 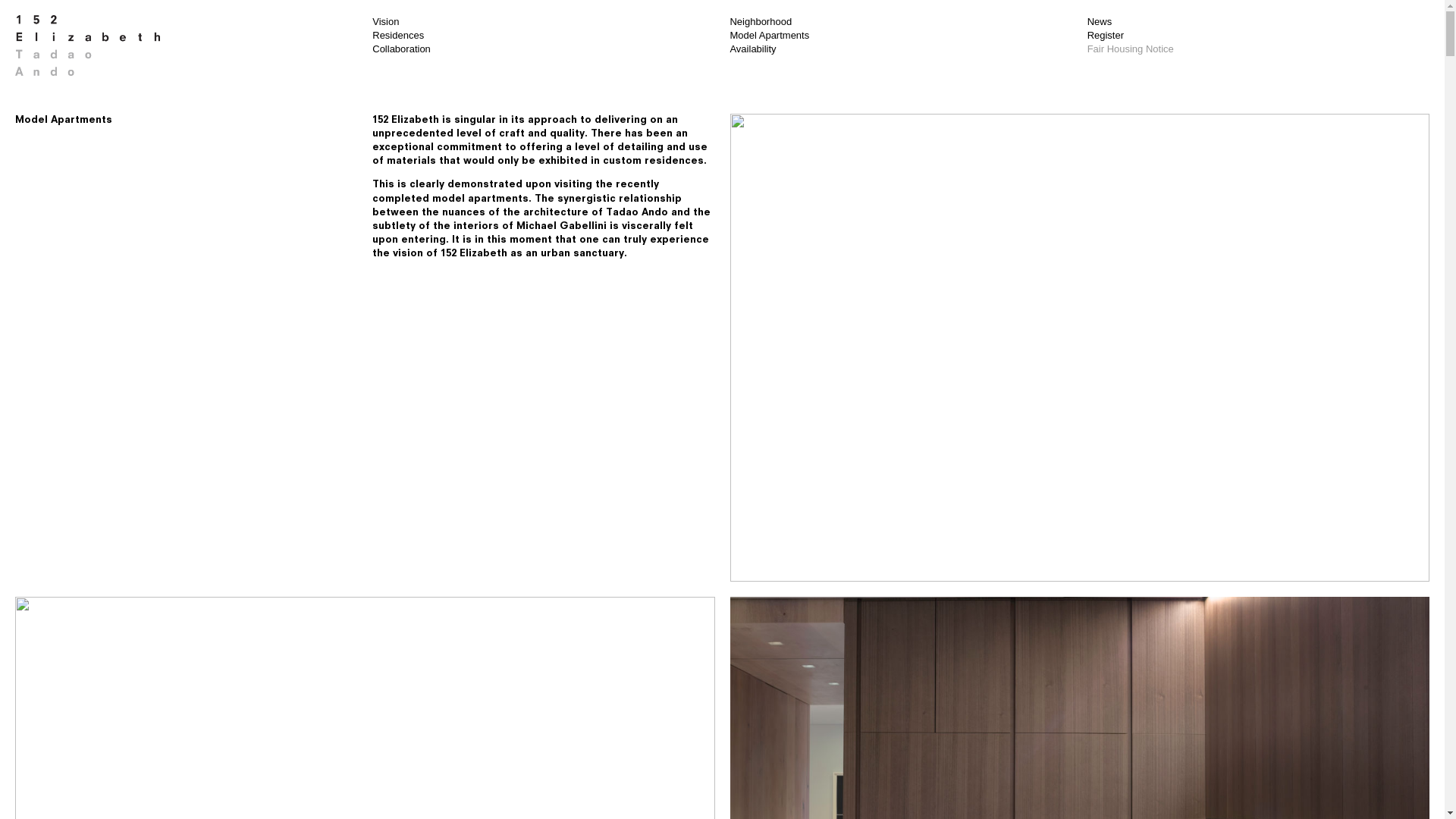 I want to click on 'News', so click(x=1100, y=21).